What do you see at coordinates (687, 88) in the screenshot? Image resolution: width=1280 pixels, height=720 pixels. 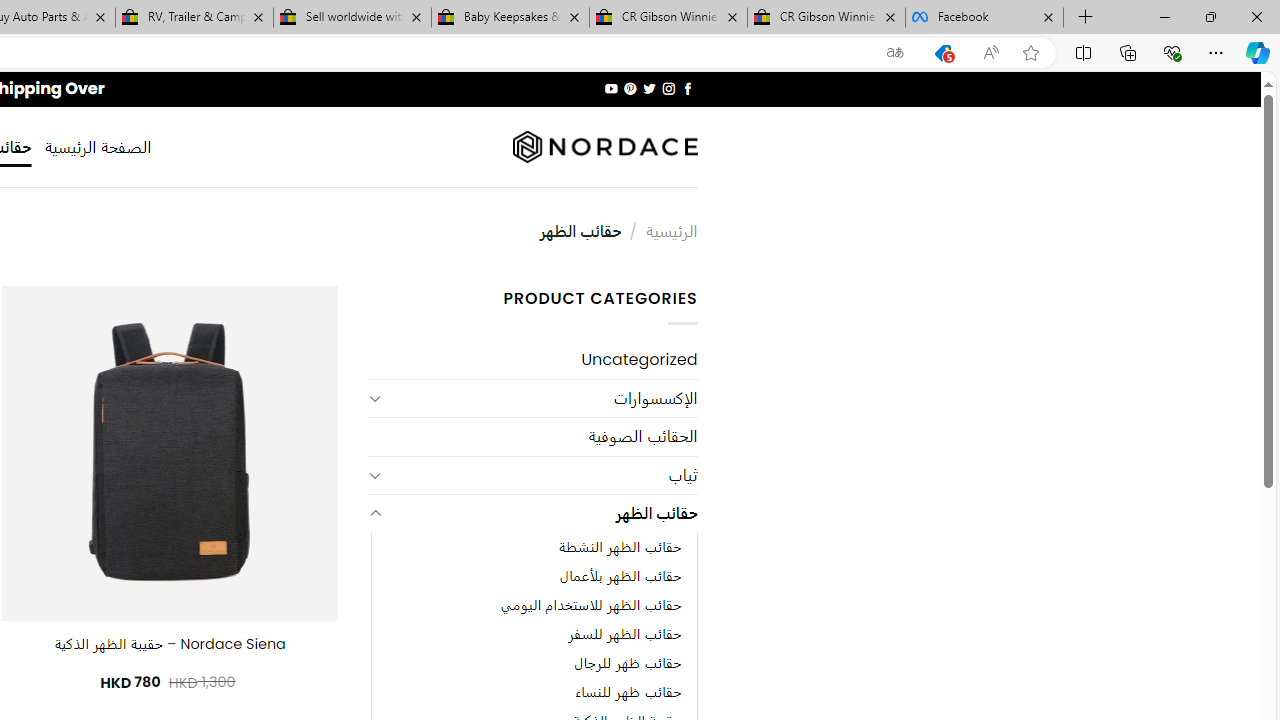 I see `'Follow on Facebook'` at bounding box center [687, 88].